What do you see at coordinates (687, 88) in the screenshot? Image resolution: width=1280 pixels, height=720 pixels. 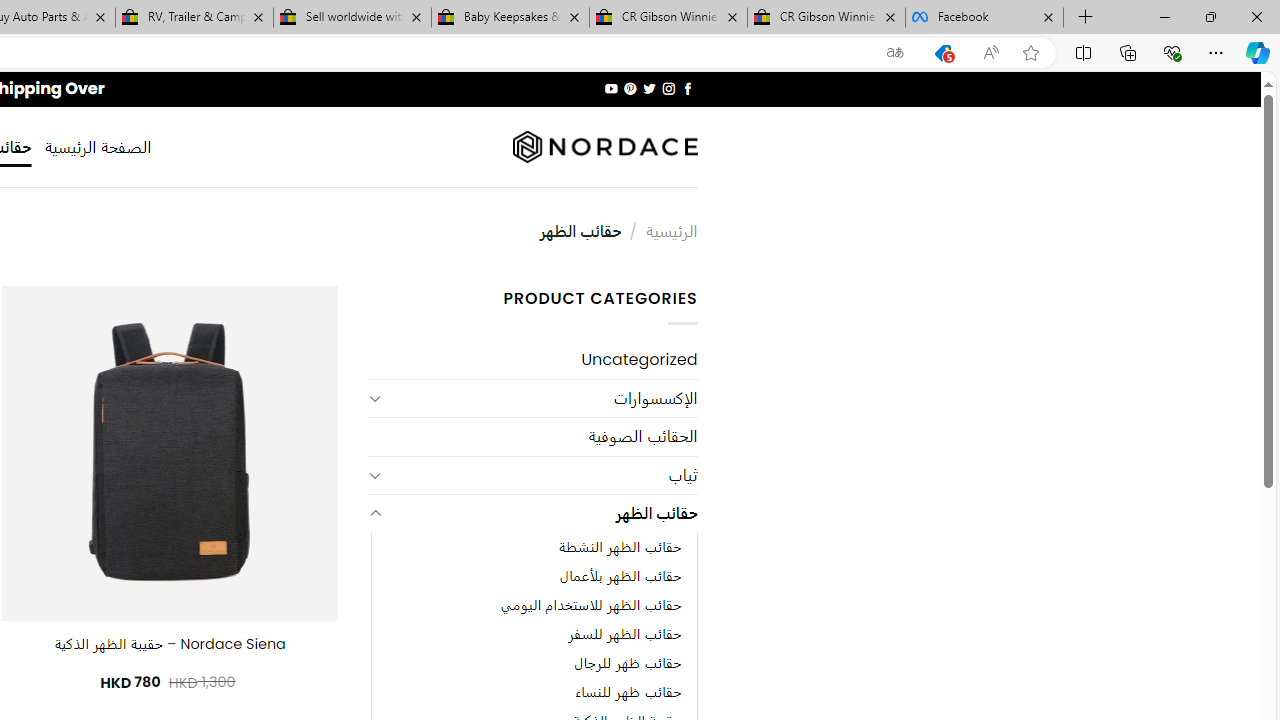 I see `'Follow on Facebook'` at bounding box center [687, 88].